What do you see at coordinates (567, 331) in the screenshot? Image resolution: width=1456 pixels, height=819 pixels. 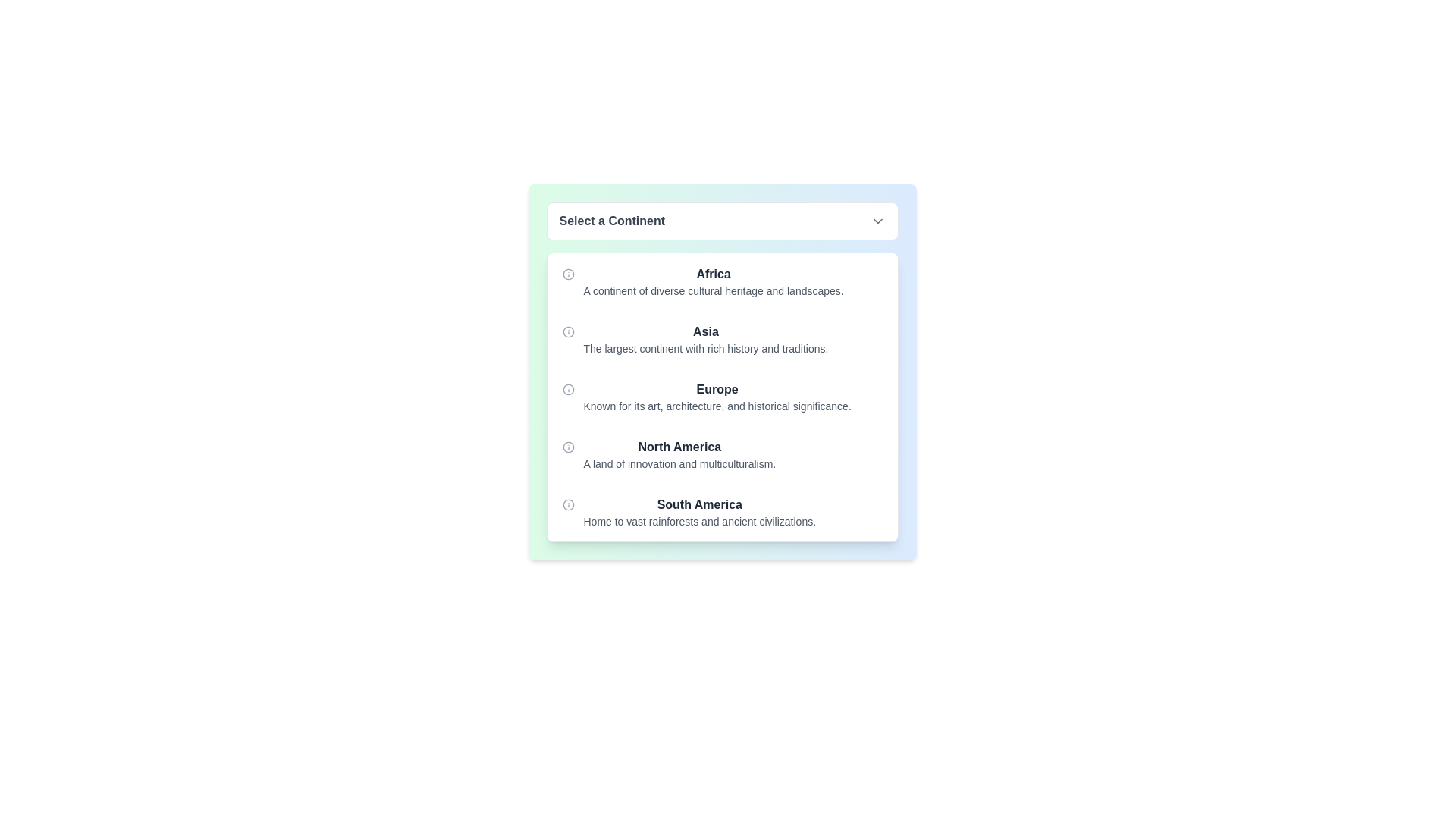 I see `the information icon located to the left of the title text 'Asia'` at bounding box center [567, 331].